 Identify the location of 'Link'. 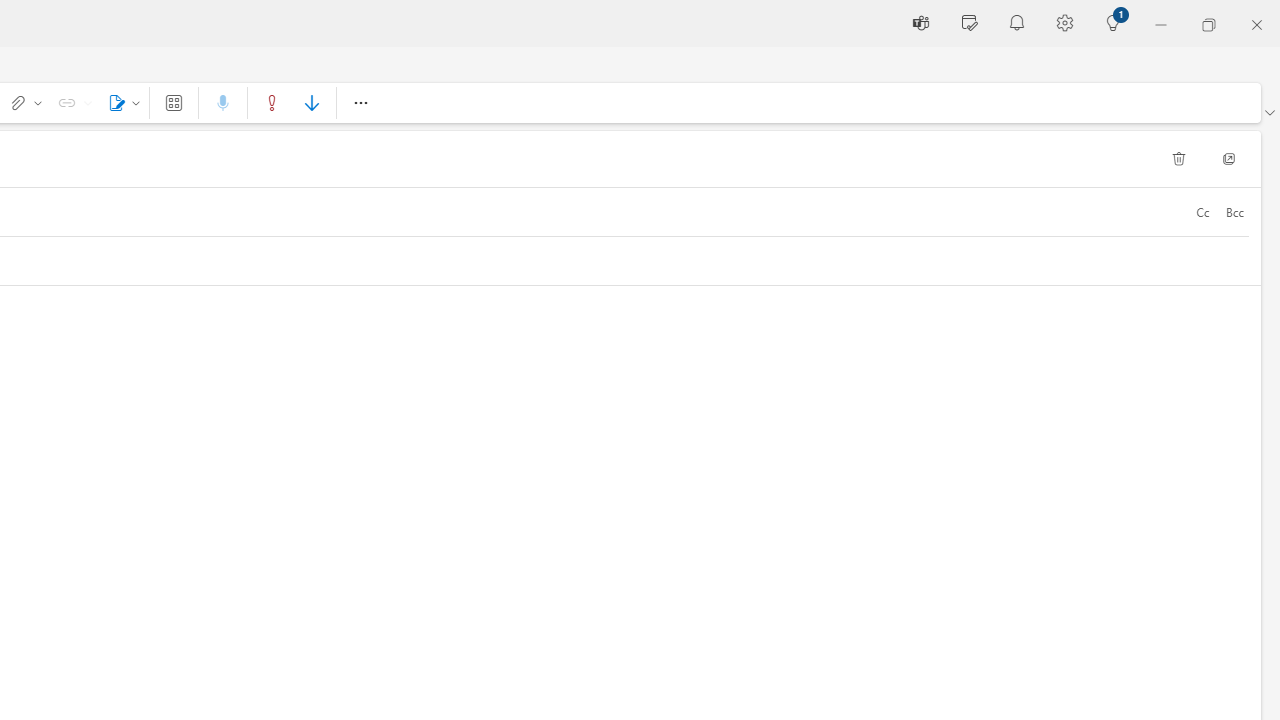
(71, 102).